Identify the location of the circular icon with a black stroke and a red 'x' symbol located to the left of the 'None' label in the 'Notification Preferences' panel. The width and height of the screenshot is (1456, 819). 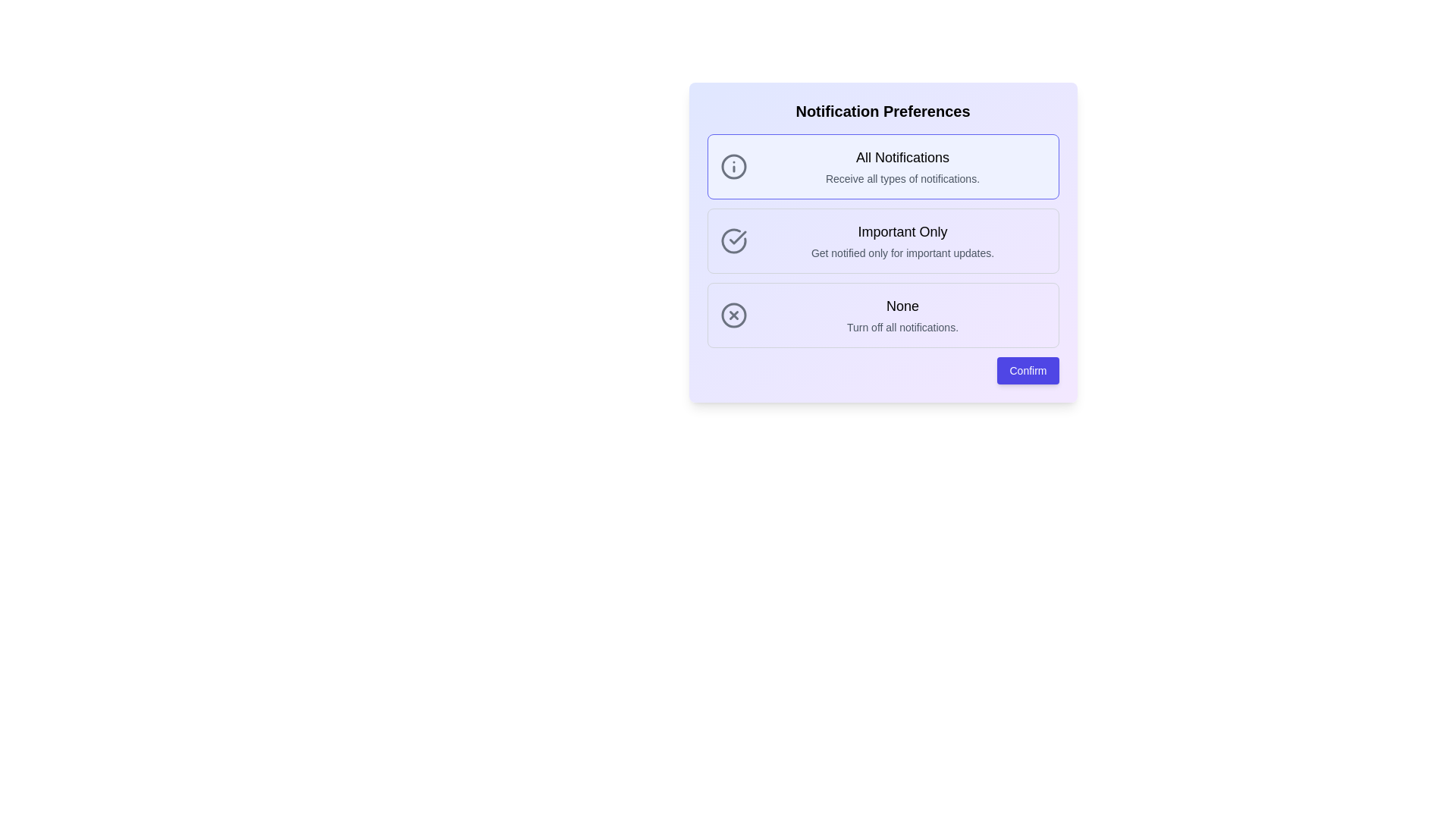
(733, 315).